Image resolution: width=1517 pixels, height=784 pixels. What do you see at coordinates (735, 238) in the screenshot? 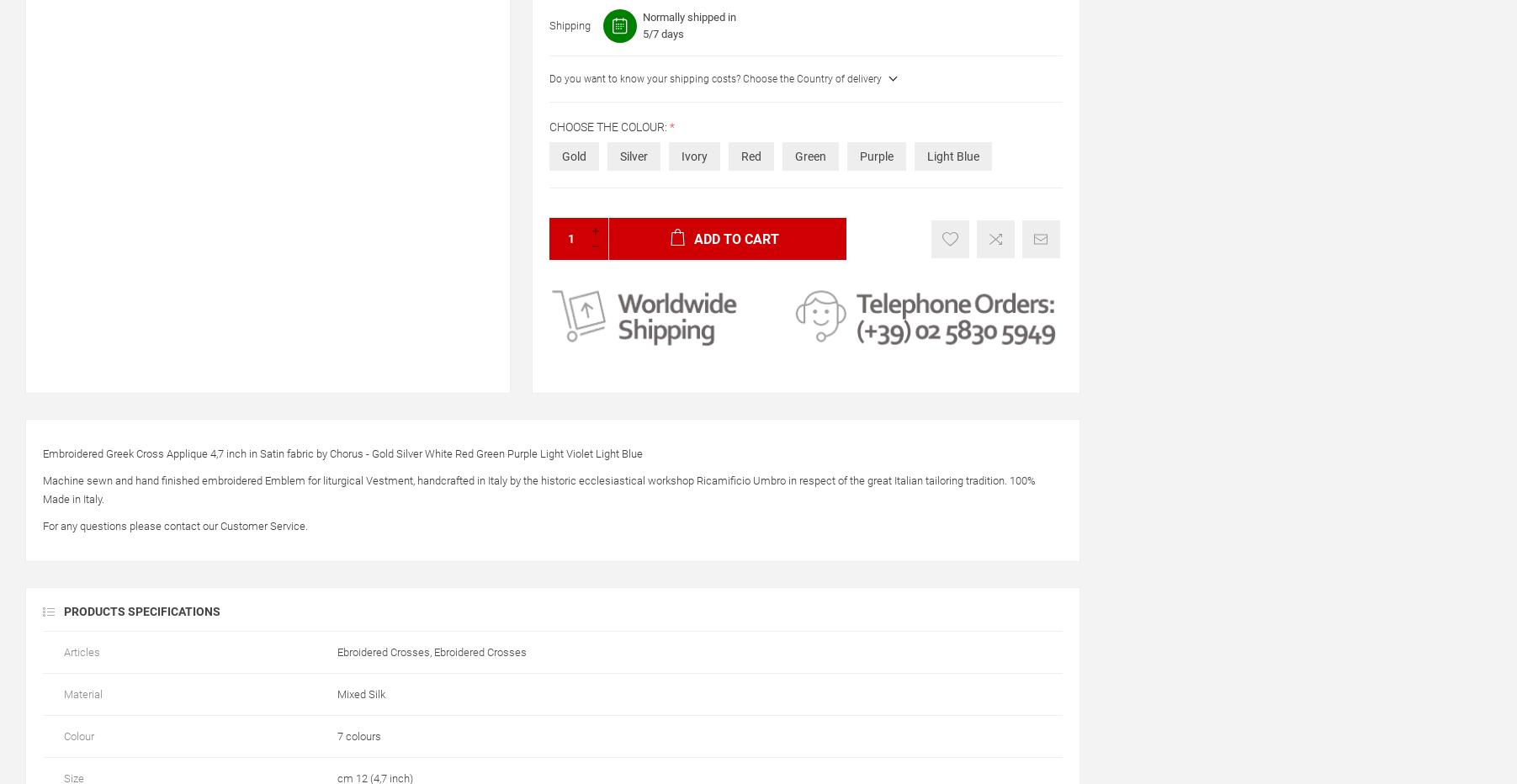
I see `'Add to cart'` at bounding box center [735, 238].